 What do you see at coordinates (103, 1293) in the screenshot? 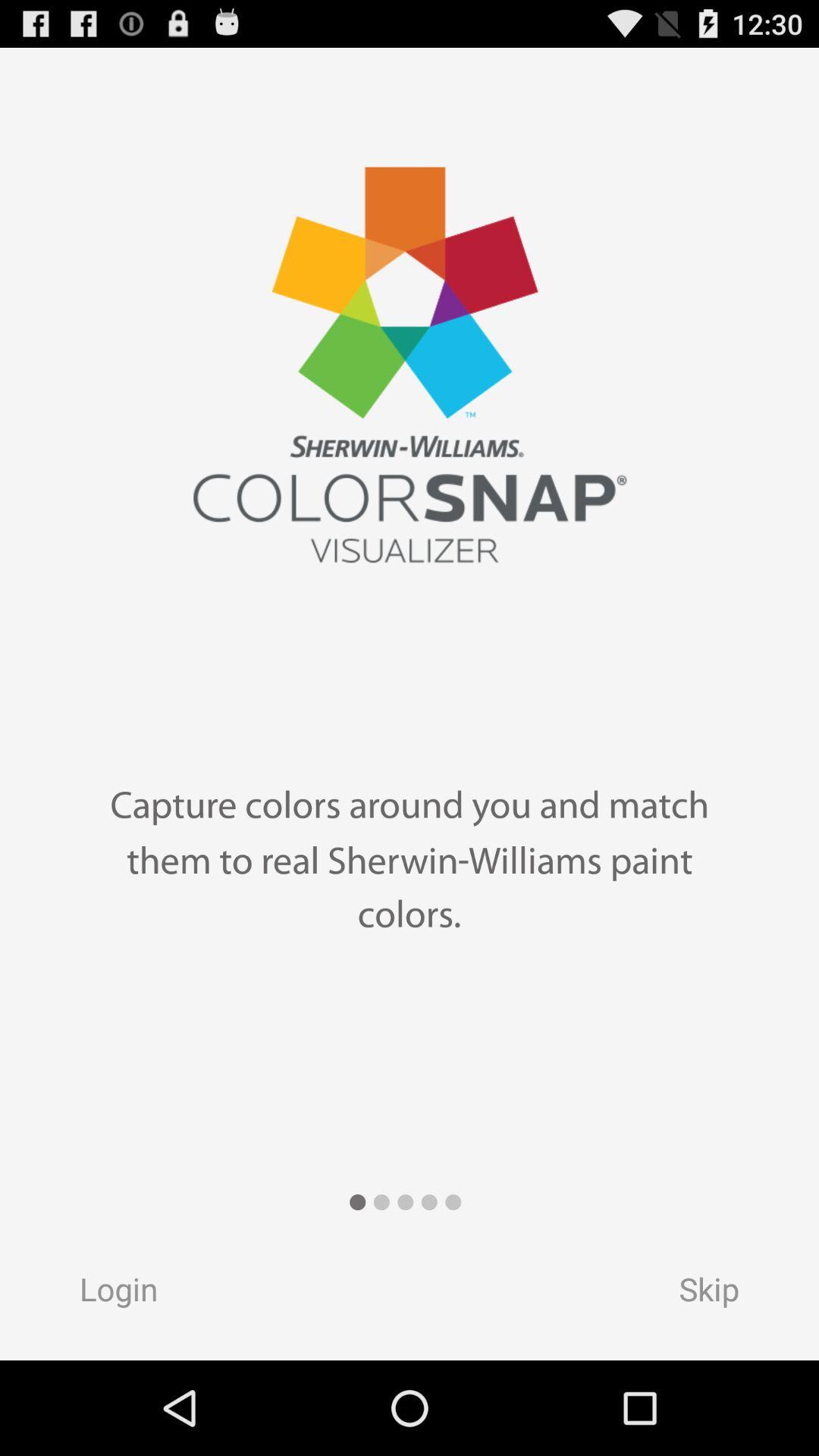
I see `item next to skip item` at bounding box center [103, 1293].